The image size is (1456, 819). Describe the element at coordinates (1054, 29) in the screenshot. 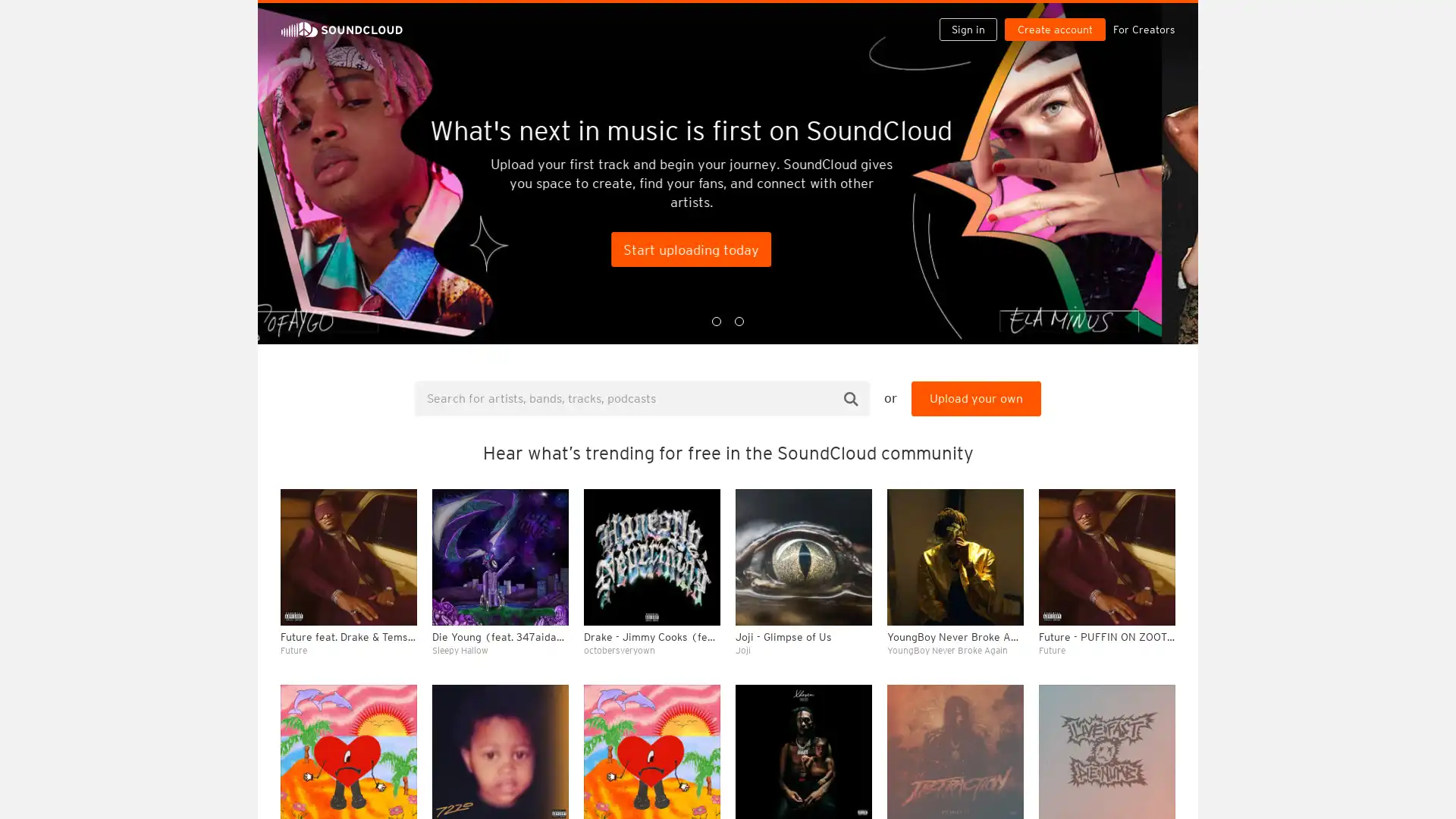

I see `Create a SoundCloud account` at that location.